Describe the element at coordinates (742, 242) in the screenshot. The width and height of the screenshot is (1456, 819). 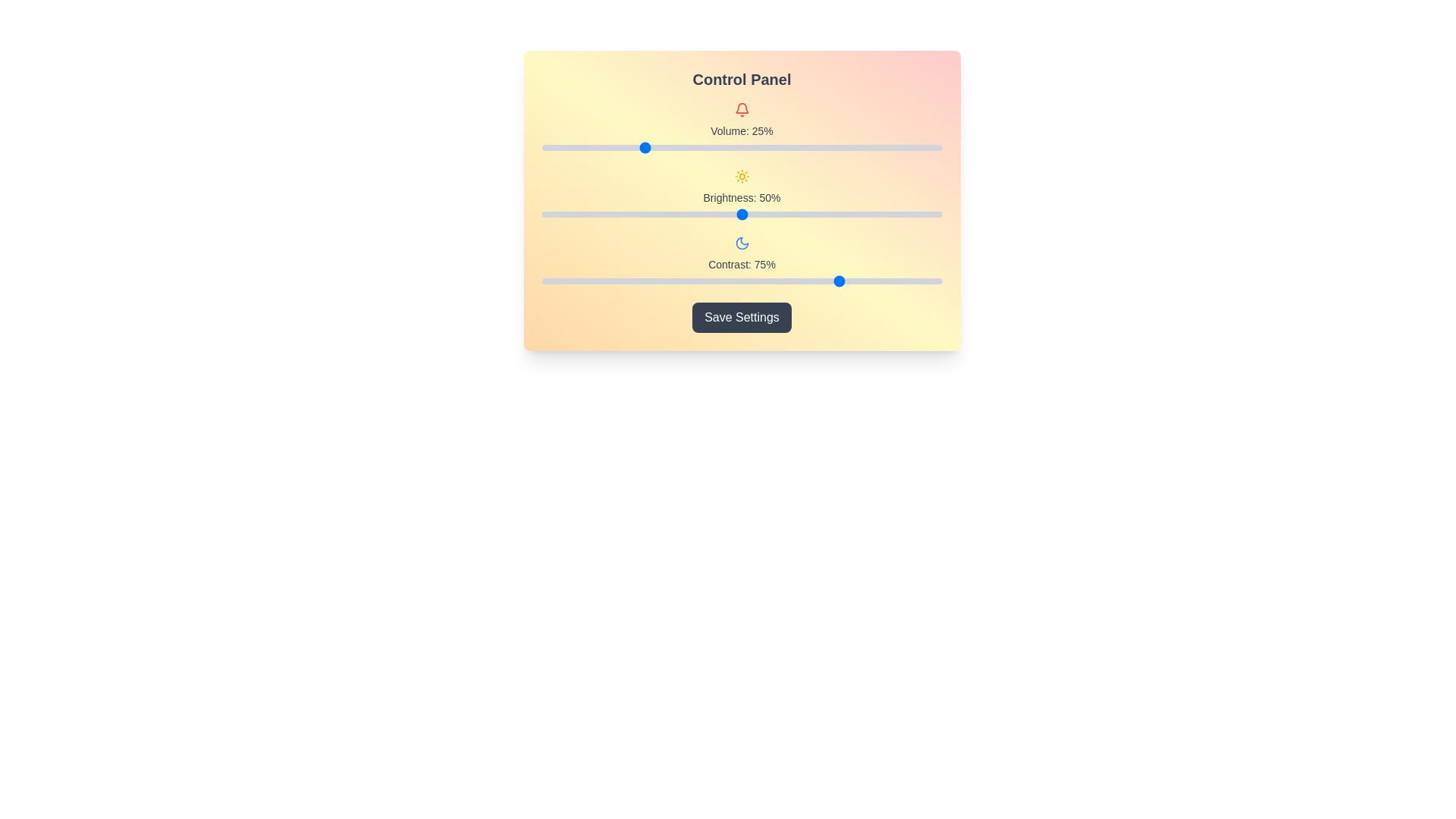
I see `the blue crescent moon icon located` at that location.